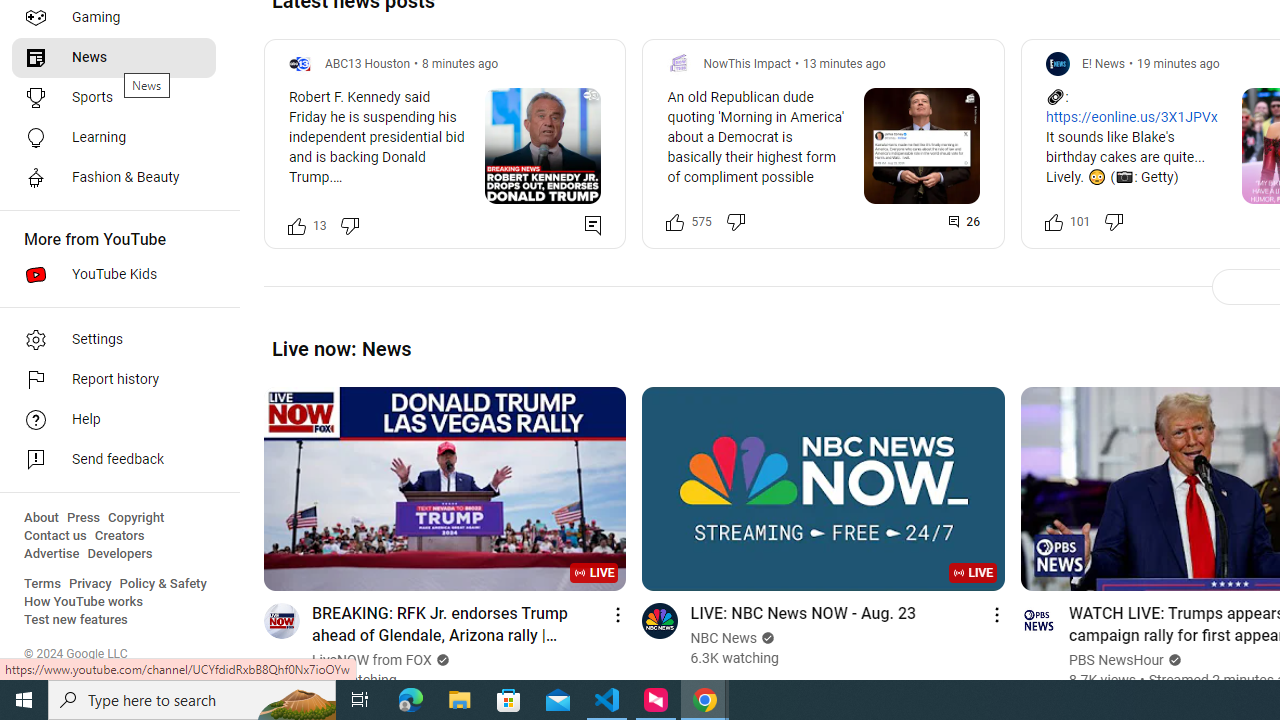 Image resolution: width=1280 pixels, height=720 pixels. I want to click on 'Comment', so click(965, 221).